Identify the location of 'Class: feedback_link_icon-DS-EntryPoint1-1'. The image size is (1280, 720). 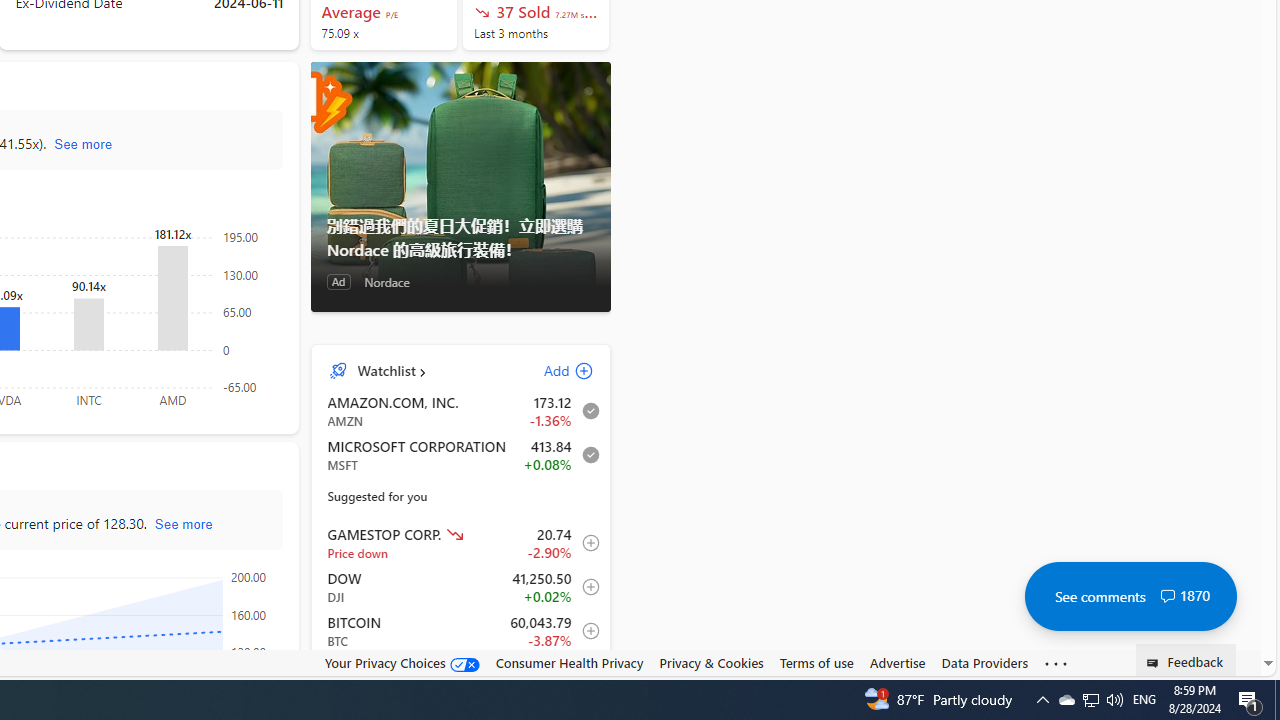
(1156, 663).